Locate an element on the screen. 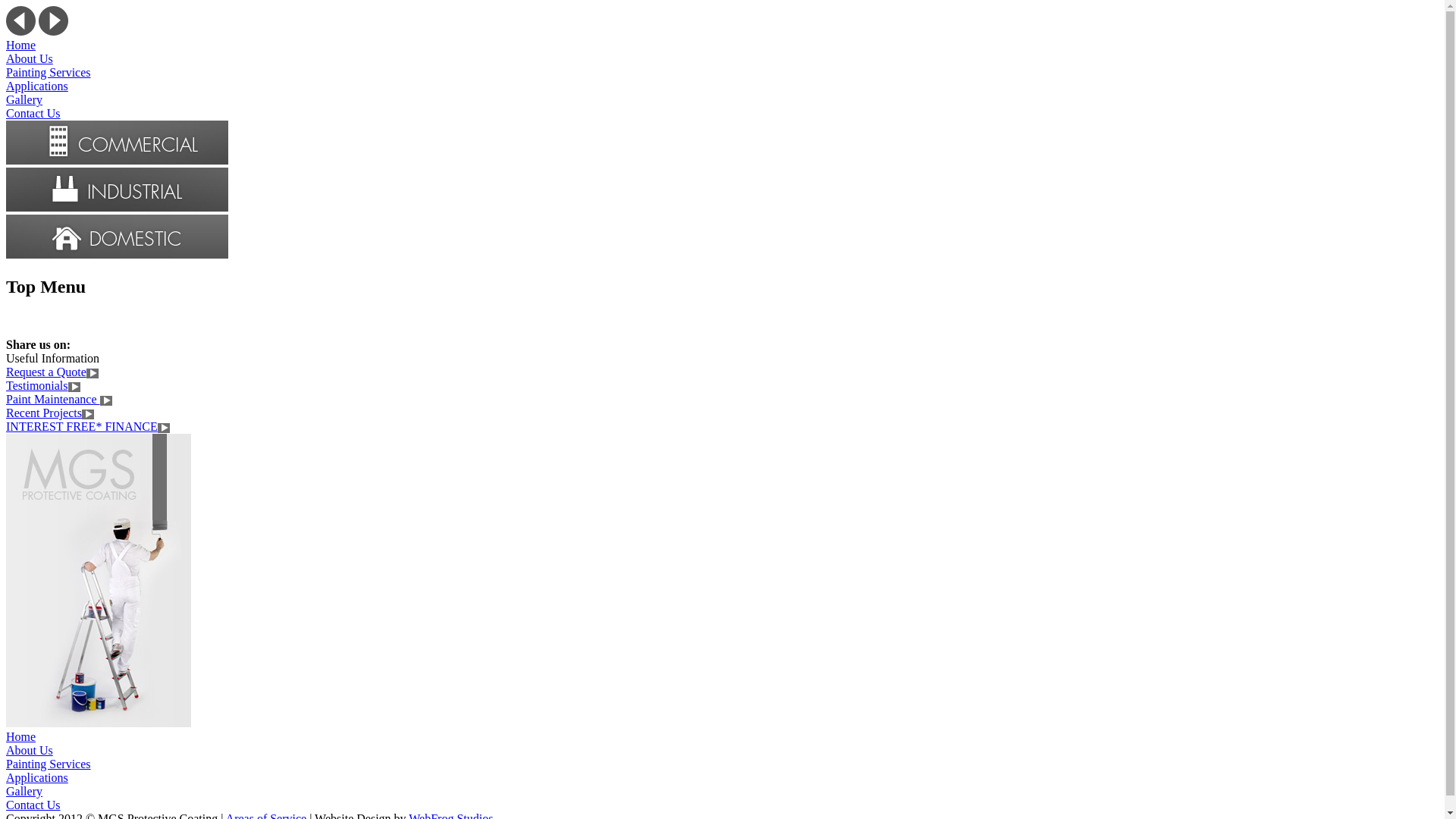  'Home' is located at coordinates (20, 44).